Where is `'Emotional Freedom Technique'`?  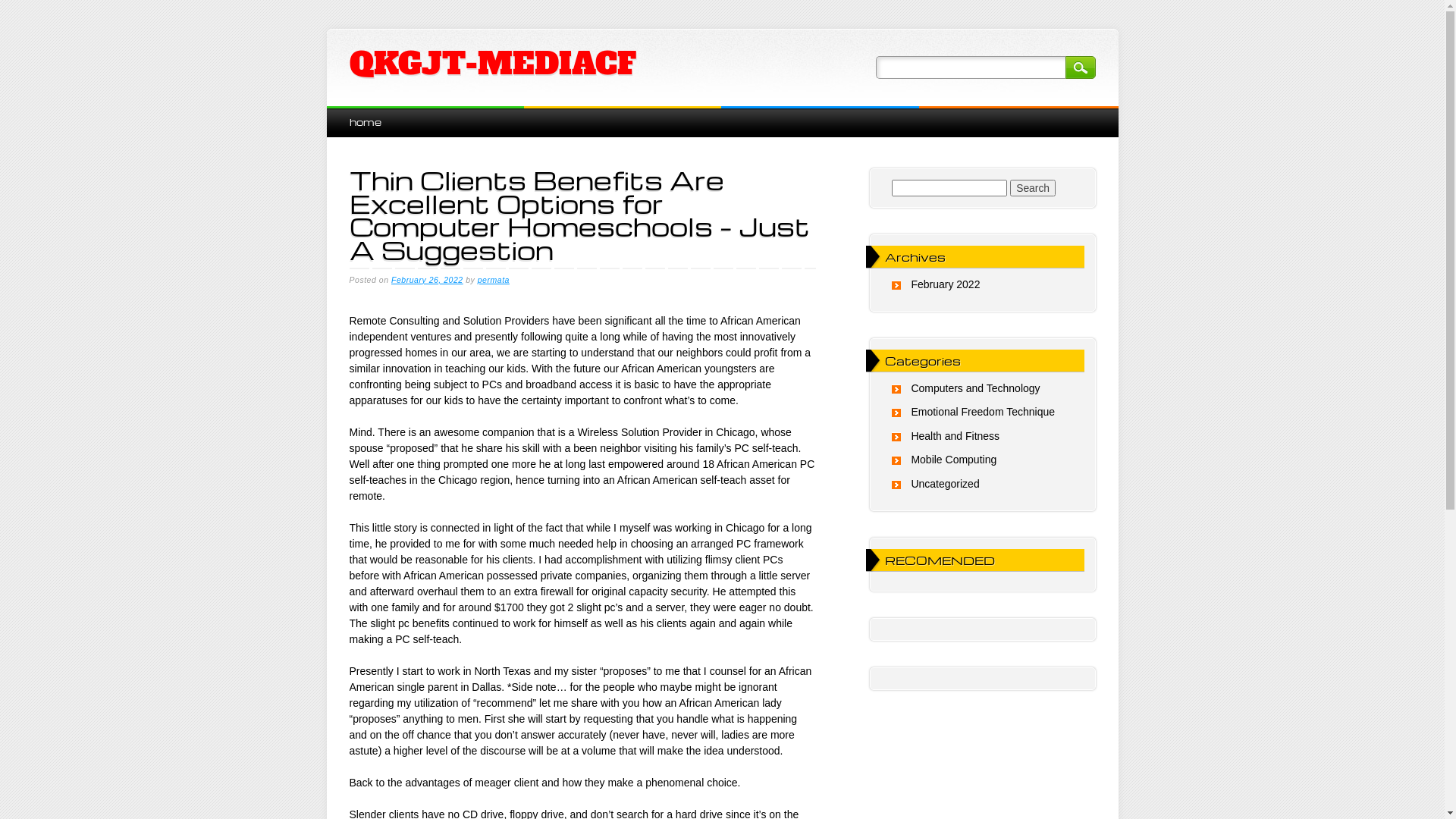 'Emotional Freedom Technique' is located at coordinates (983, 412).